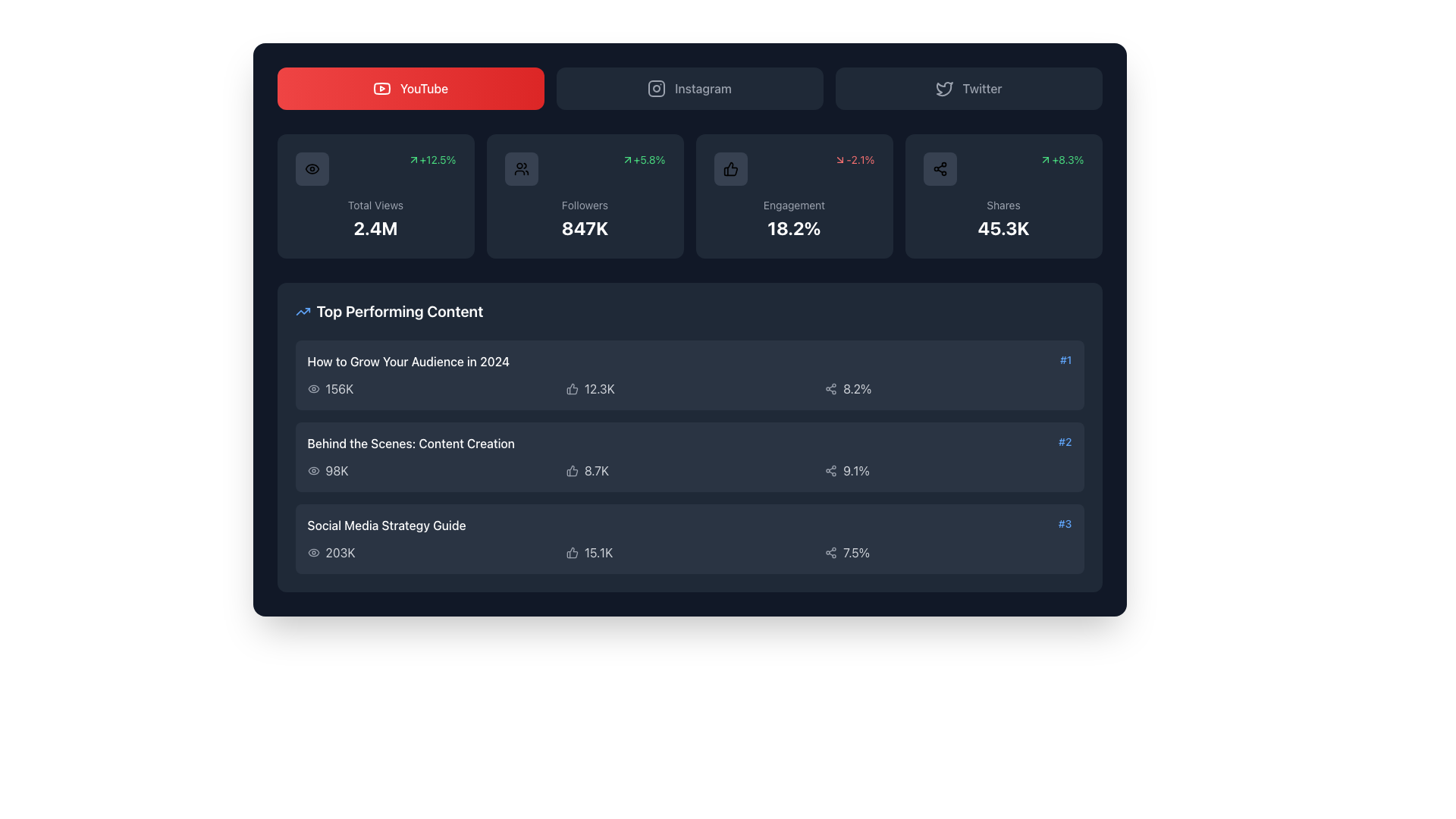 The image size is (1456, 819). What do you see at coordinates (968, 88) in the screenshot?
I see `the interactive button labeled 'Twitter' with a dark gray background and rounded corners` at bounding box center [968, 88].